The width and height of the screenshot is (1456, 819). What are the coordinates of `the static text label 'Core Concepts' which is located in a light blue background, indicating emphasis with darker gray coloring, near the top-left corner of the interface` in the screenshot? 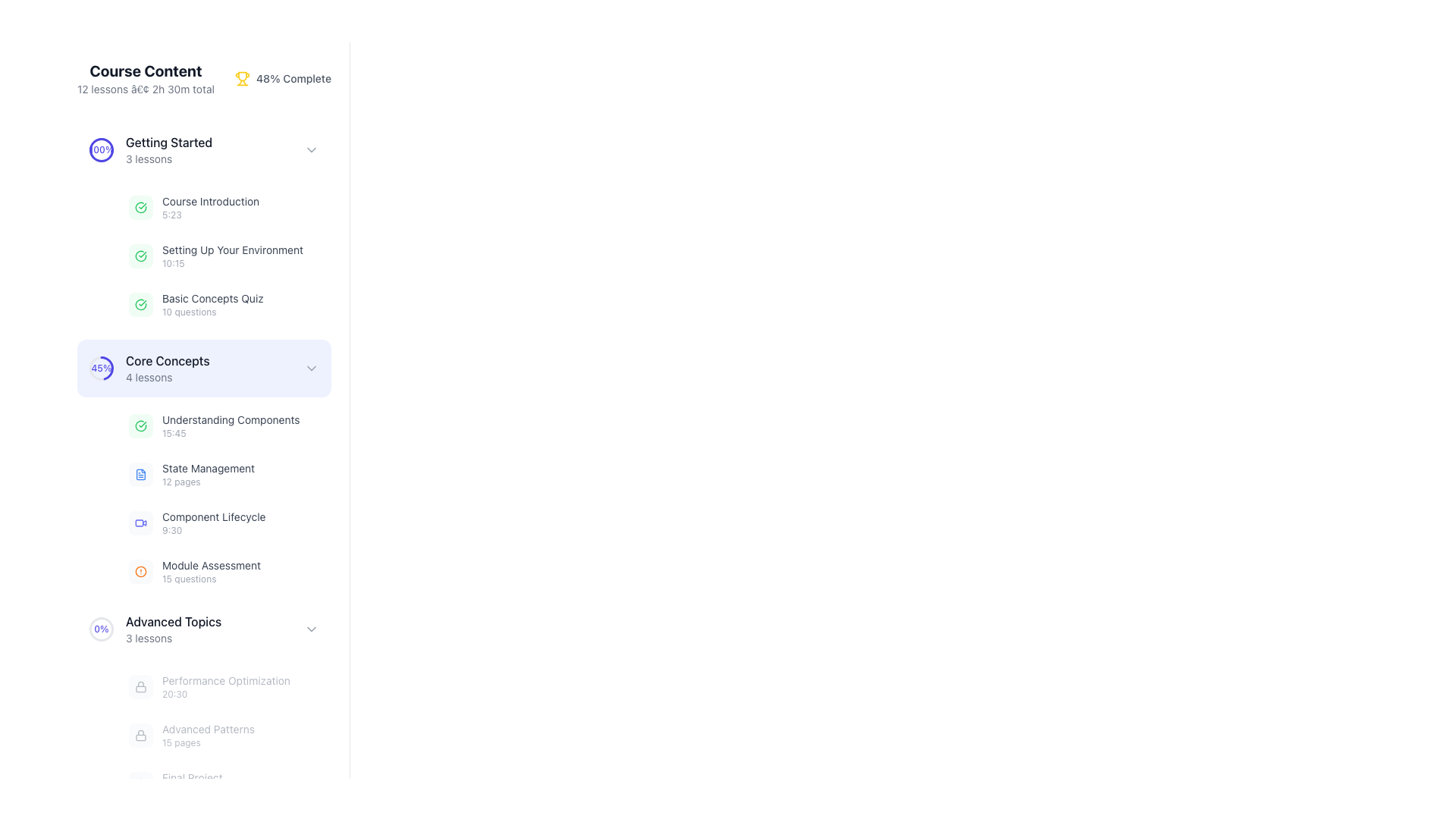 It's located at (168, 360).